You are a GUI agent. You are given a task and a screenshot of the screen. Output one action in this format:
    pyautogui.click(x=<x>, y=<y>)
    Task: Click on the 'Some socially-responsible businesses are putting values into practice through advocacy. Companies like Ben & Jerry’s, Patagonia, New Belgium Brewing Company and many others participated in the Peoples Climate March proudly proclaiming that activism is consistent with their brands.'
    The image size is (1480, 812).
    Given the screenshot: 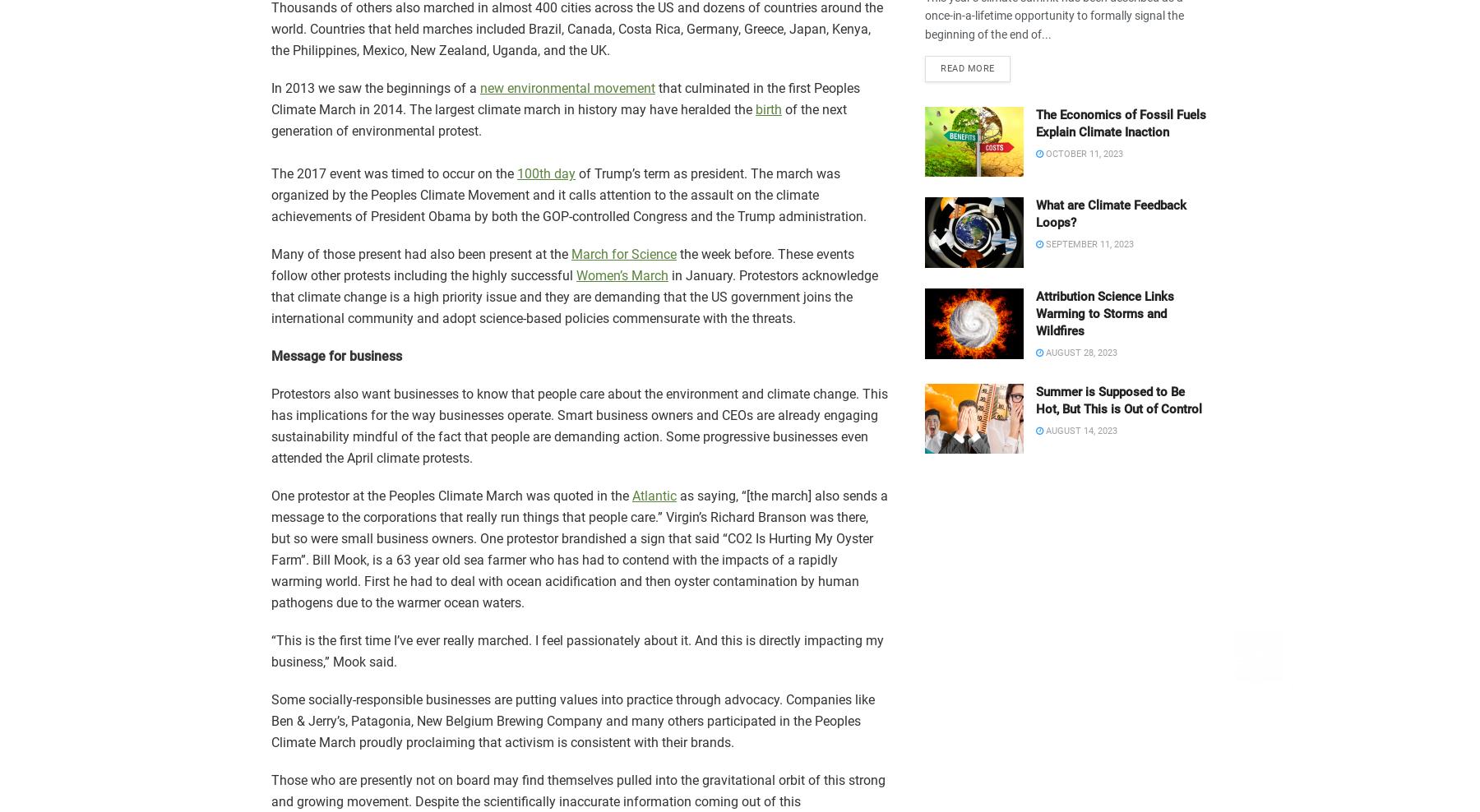 What is the action you would take?
    pyautogui.click(x=571, y=720)
    